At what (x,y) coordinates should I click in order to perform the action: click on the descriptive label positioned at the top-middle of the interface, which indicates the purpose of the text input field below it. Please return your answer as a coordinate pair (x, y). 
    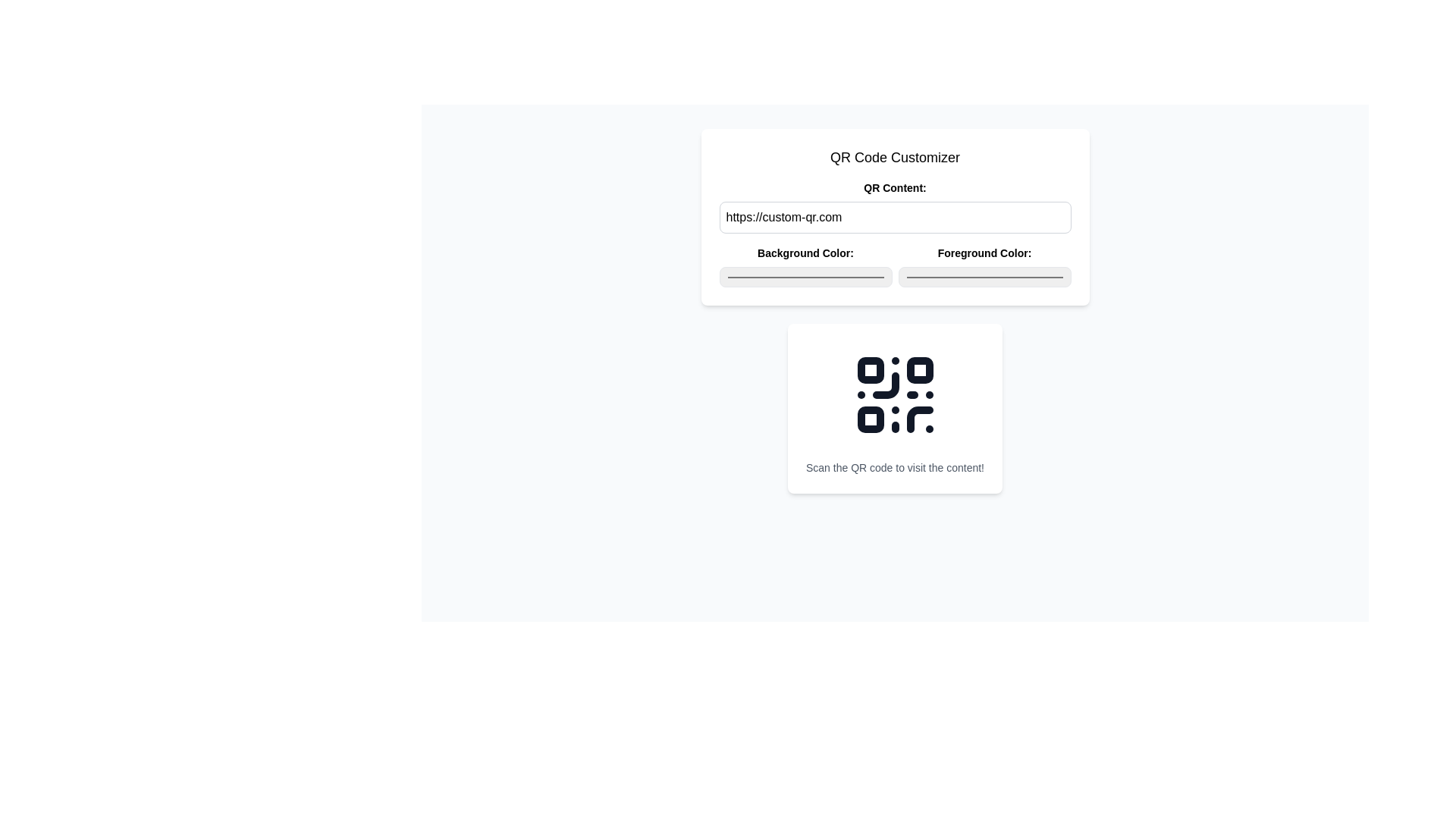
    Looking at the image, I should click on (895, 187).